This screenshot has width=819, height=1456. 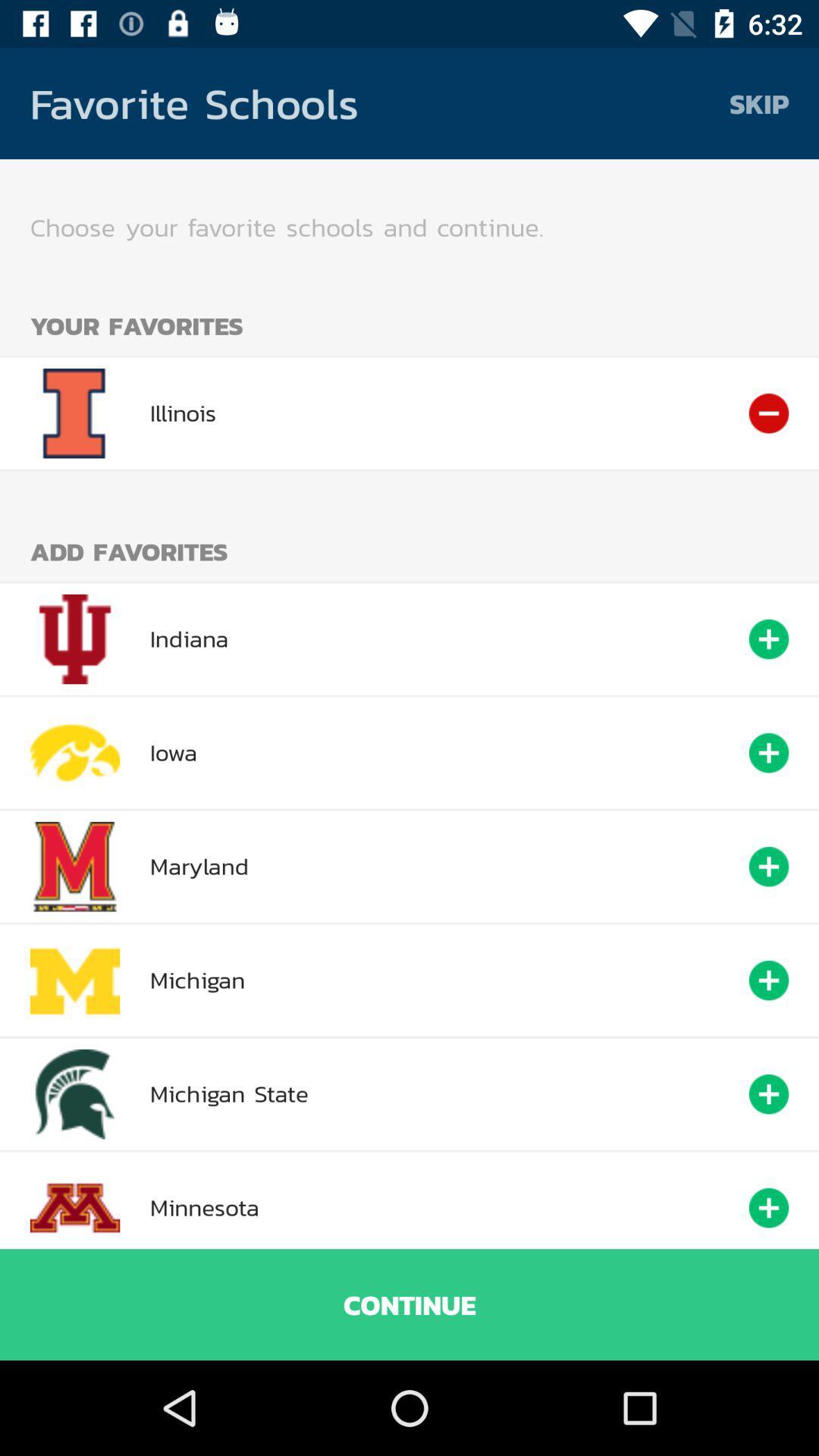 I want to click on the item to the right of the favorite schools item, so click(x=759, y=102).